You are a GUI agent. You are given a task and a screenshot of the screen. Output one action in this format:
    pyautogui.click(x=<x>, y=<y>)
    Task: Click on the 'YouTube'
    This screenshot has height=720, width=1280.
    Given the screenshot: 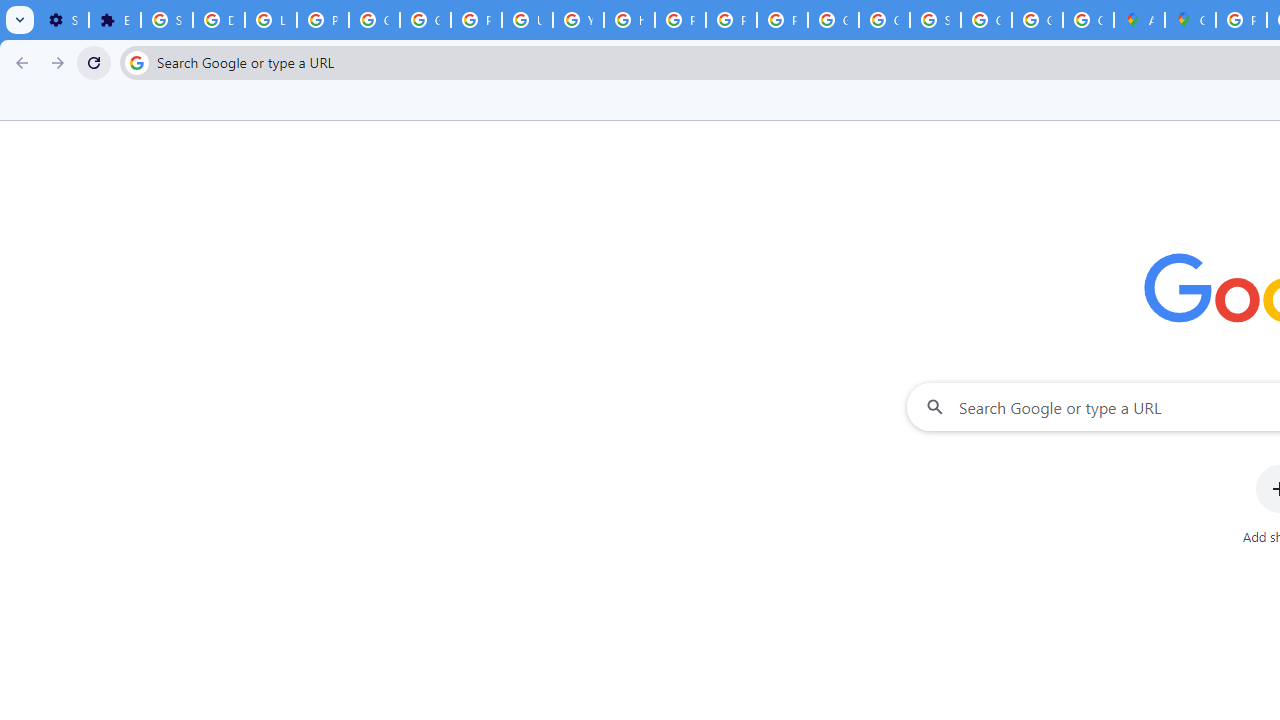 What is the action you would take?
    pyautogui.click(x=577, y=20)
    